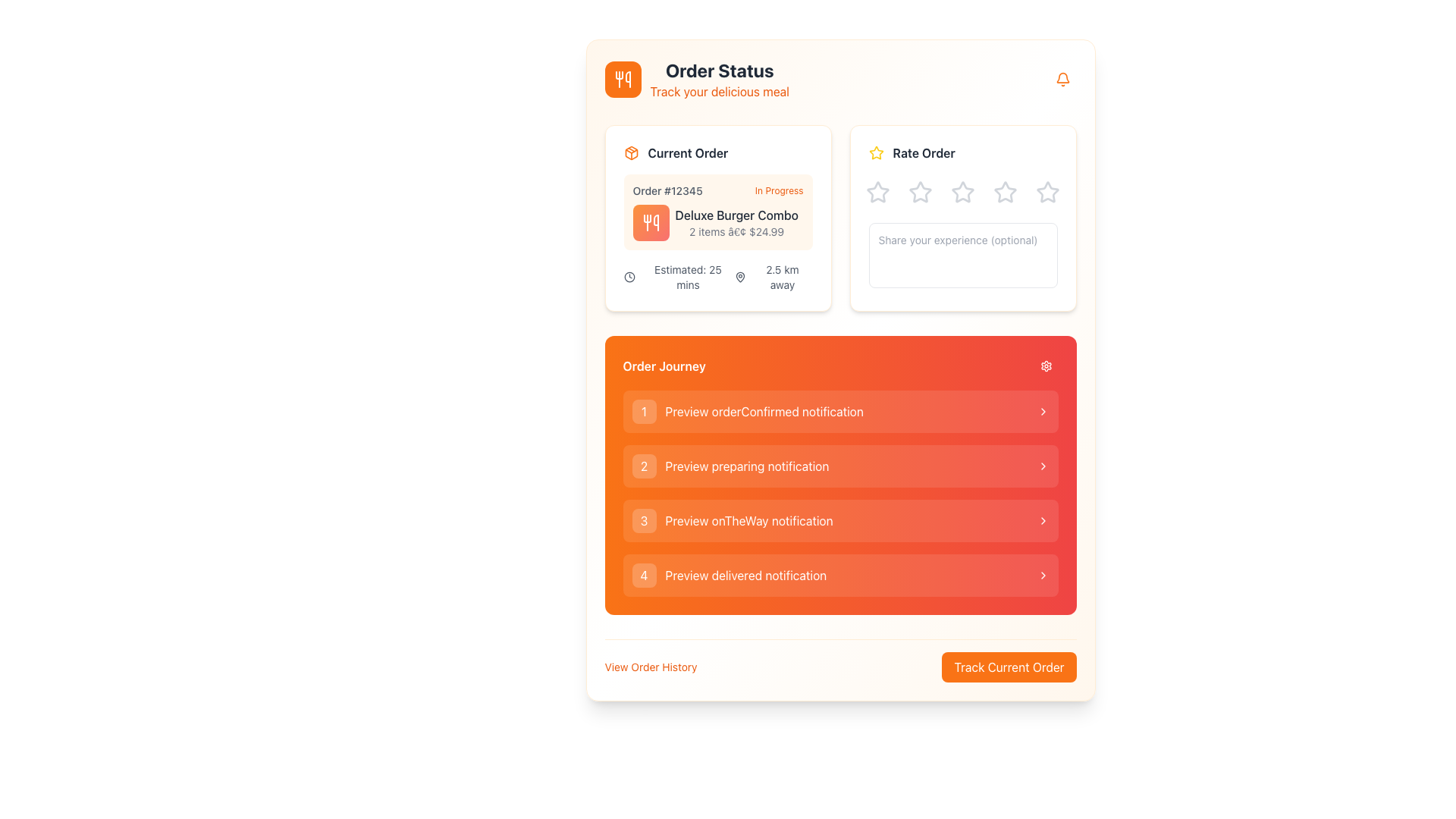  Describe the element at coordinates (773, 278) in the screenshot. I see `the Text Label that indicates the estimated distance to the specific location in the 'Current Order' section, located at the bottom right corner following the text 'Estimated: 25 mins'` at that location.